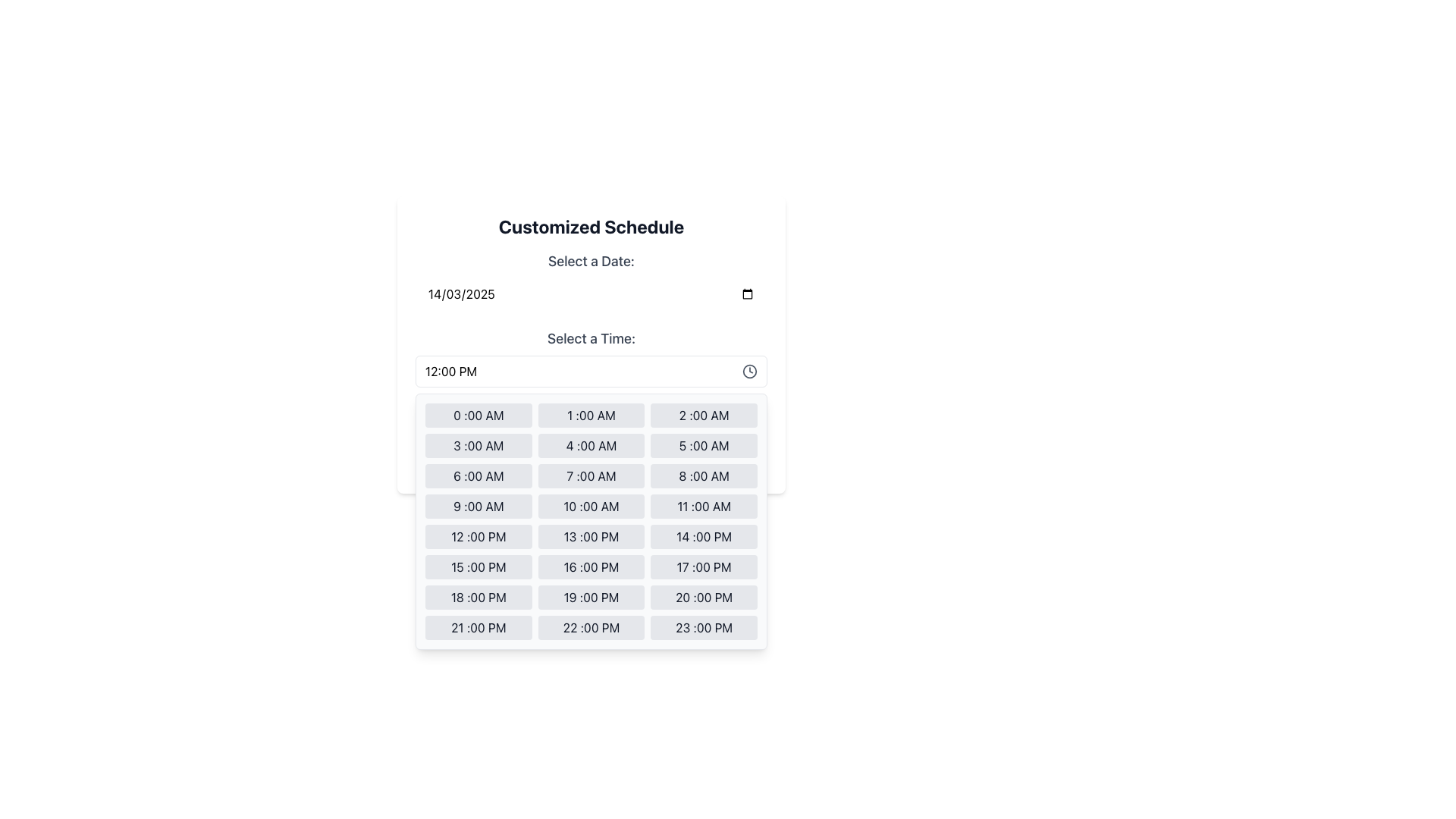 The height and width of the screenshot is (819, 1456). Describe the element at coordinates (478, 567) in the screenshot. I see `the rectangular button with rounded edges that has black text reading '15 :00 PM'` at that location.